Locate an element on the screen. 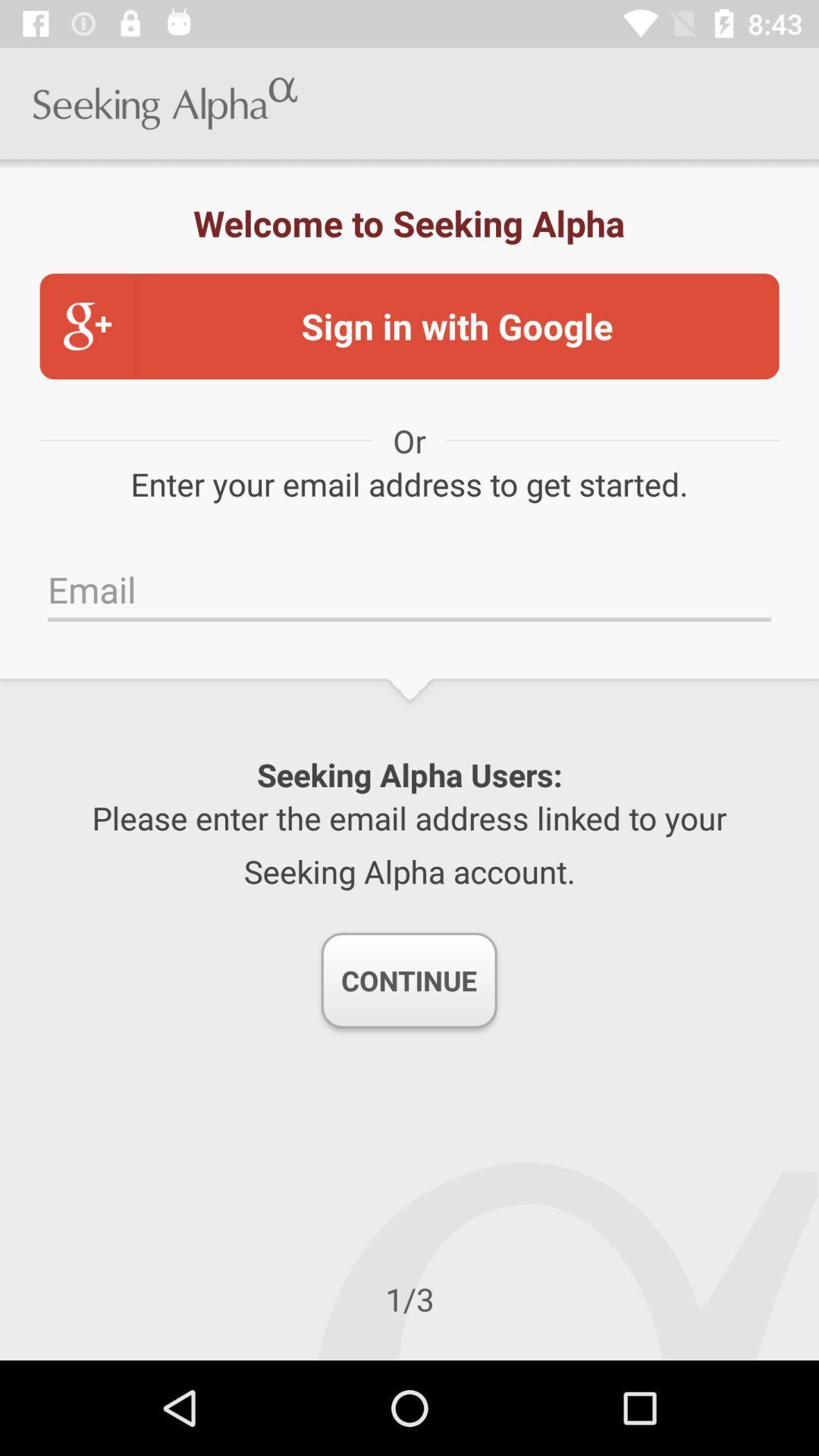  the continue item is located at coordinates (408, 980).